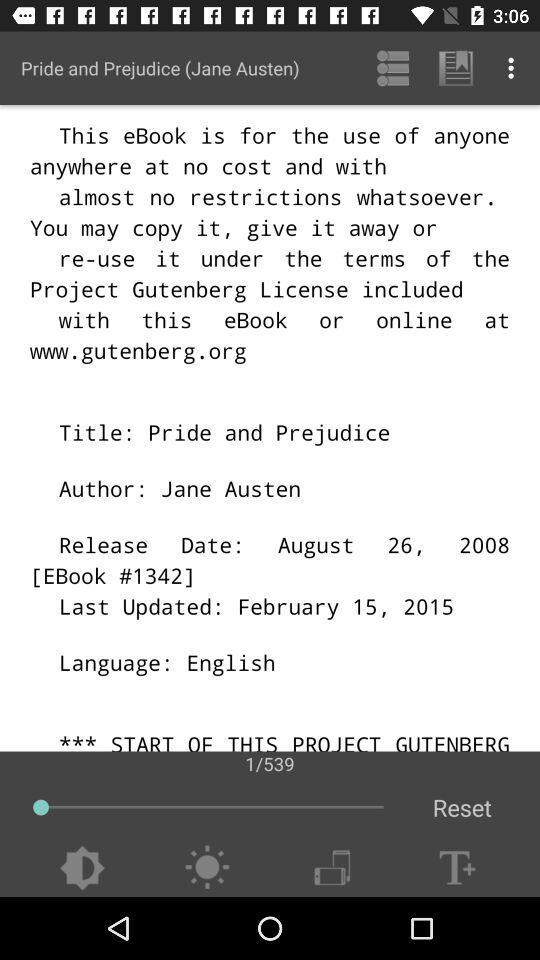 The width and height of the screenshot is (540, 960). Describe the element at coordinates (462, 807) in the screenshot. I see `the reset icon` at that location.